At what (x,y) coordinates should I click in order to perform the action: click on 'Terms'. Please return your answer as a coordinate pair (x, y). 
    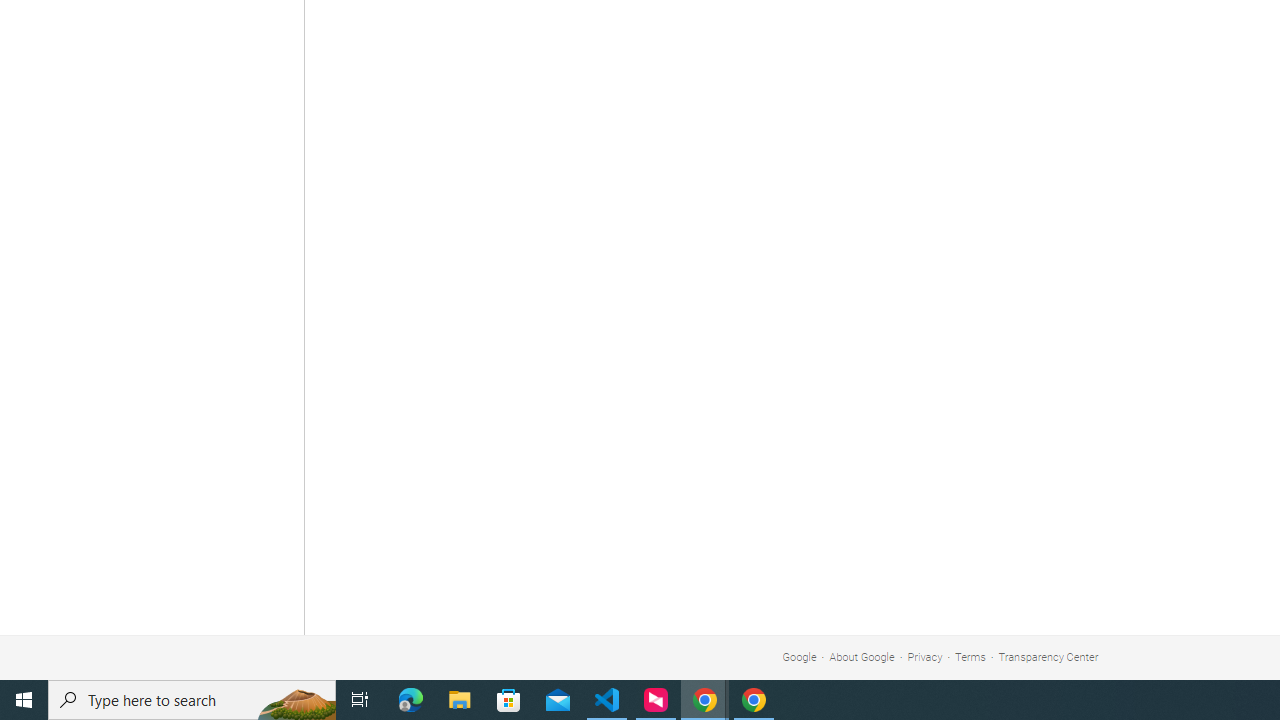
    Looking at the image, I should click on (970, 657).